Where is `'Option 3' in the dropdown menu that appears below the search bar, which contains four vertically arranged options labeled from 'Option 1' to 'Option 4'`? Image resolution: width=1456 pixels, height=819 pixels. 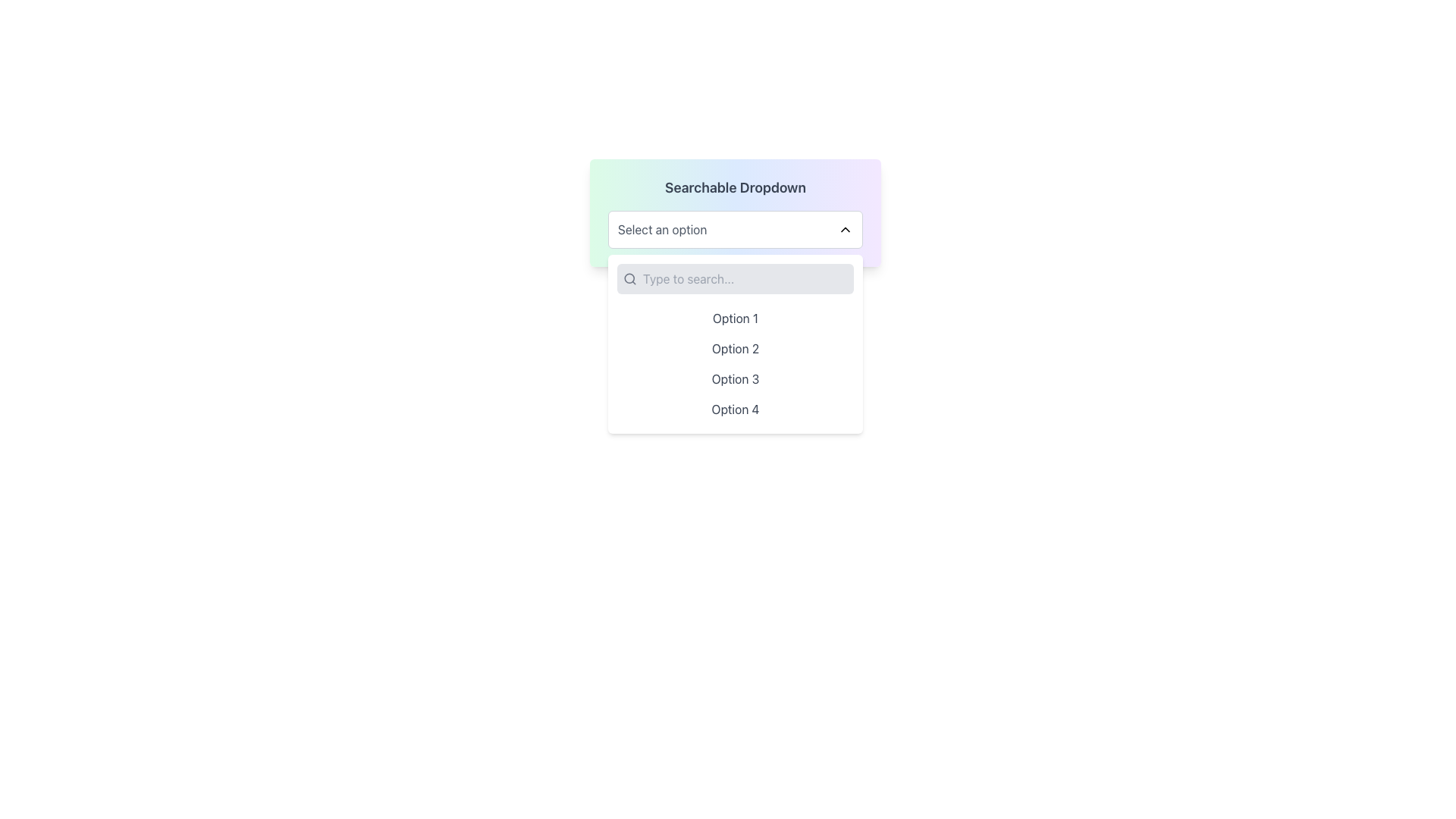
'Option 3' in the dropdown menu that appears below the search bar, which contains four vertically arranged options labeled from 'Option 1' to 'Option 4' is located at coordinates (735, 363).